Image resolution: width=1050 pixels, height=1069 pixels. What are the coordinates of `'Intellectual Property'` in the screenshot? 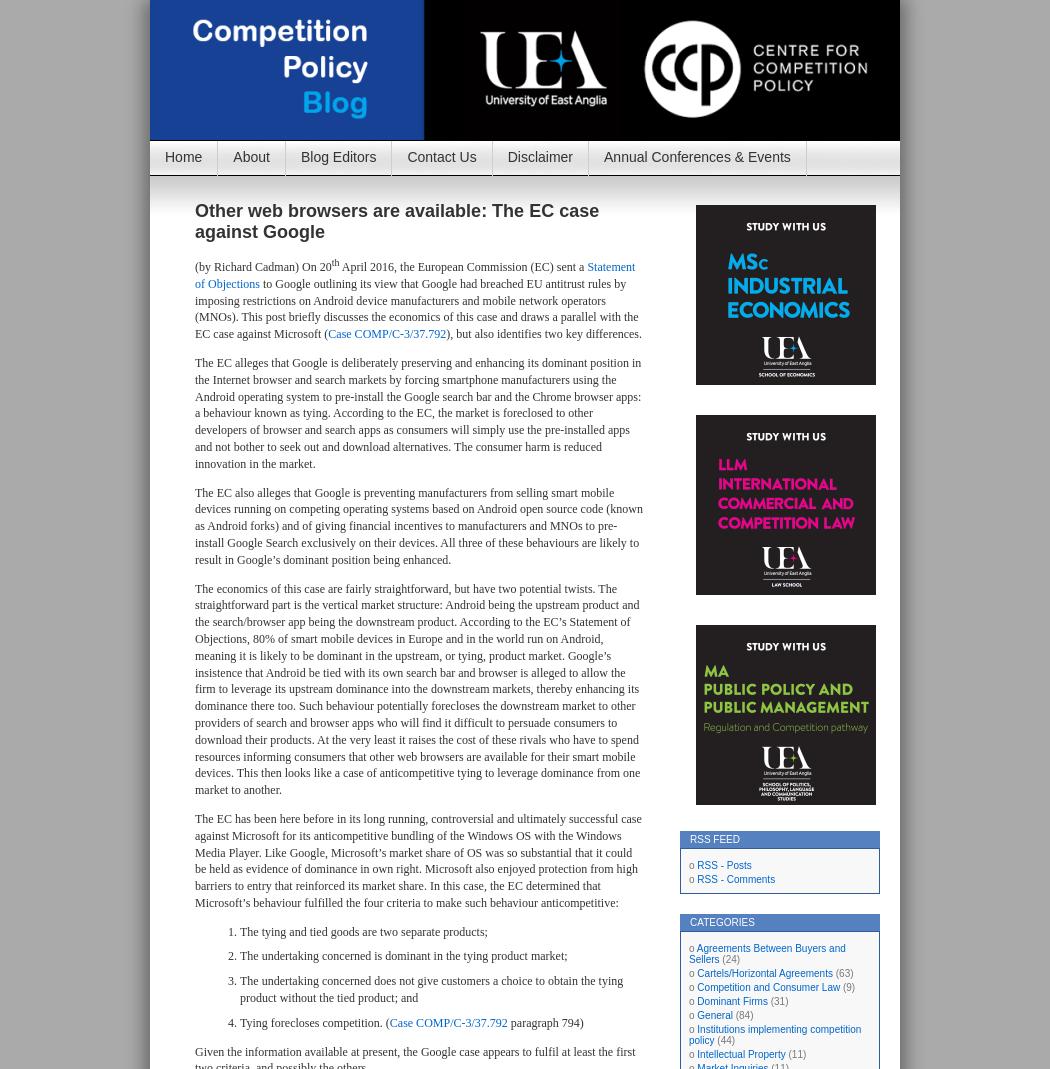 It's located at (739, 1054).